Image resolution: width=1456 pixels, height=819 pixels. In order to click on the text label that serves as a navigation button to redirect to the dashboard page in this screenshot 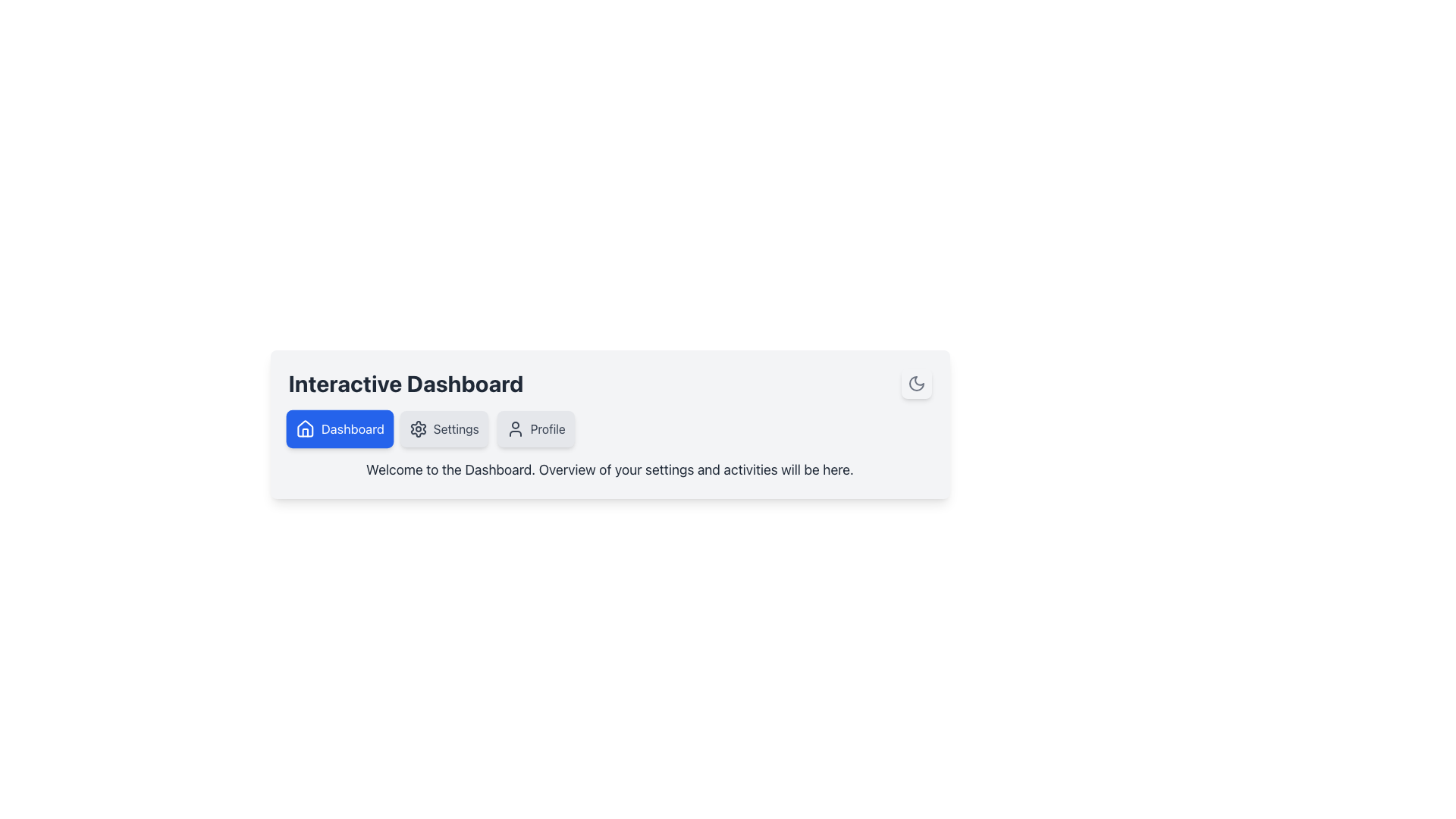, I will do `click(351, 429)`.